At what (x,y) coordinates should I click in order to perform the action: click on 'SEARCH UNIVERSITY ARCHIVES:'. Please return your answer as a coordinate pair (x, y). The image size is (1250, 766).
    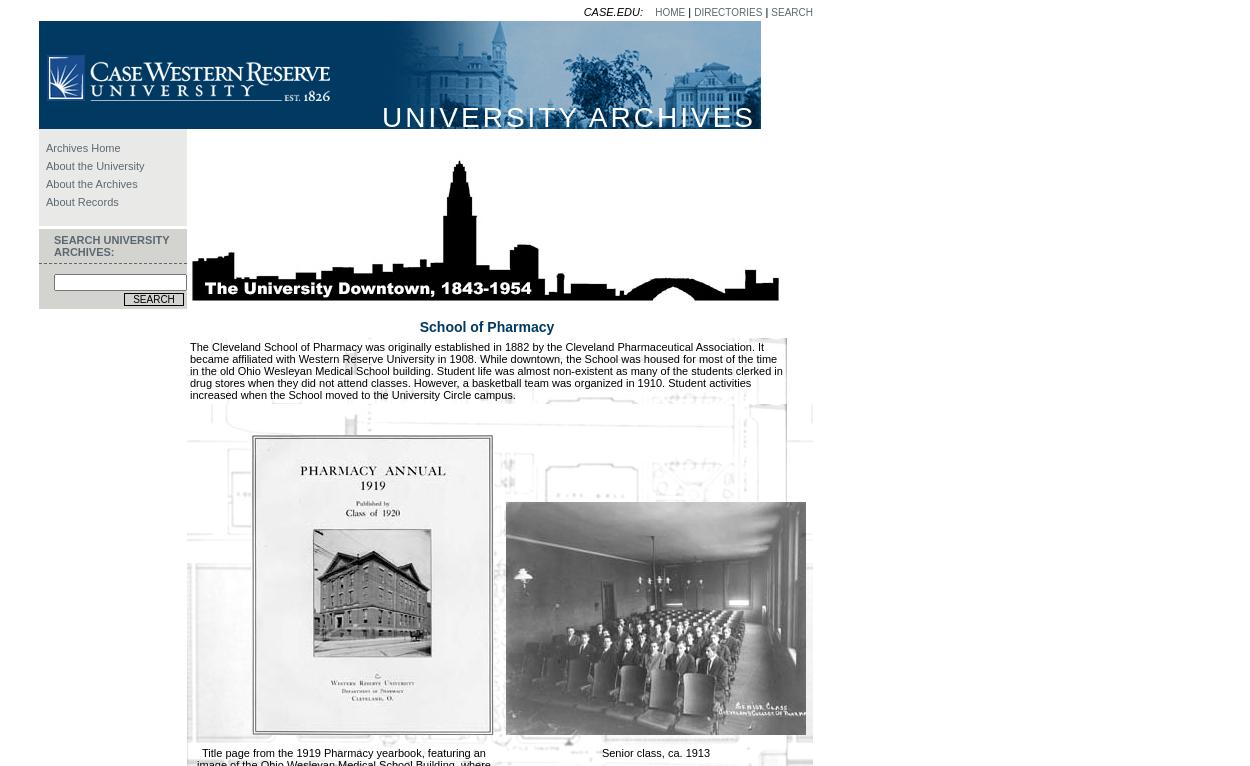
    Looking at the image, I should click on (110, 244).